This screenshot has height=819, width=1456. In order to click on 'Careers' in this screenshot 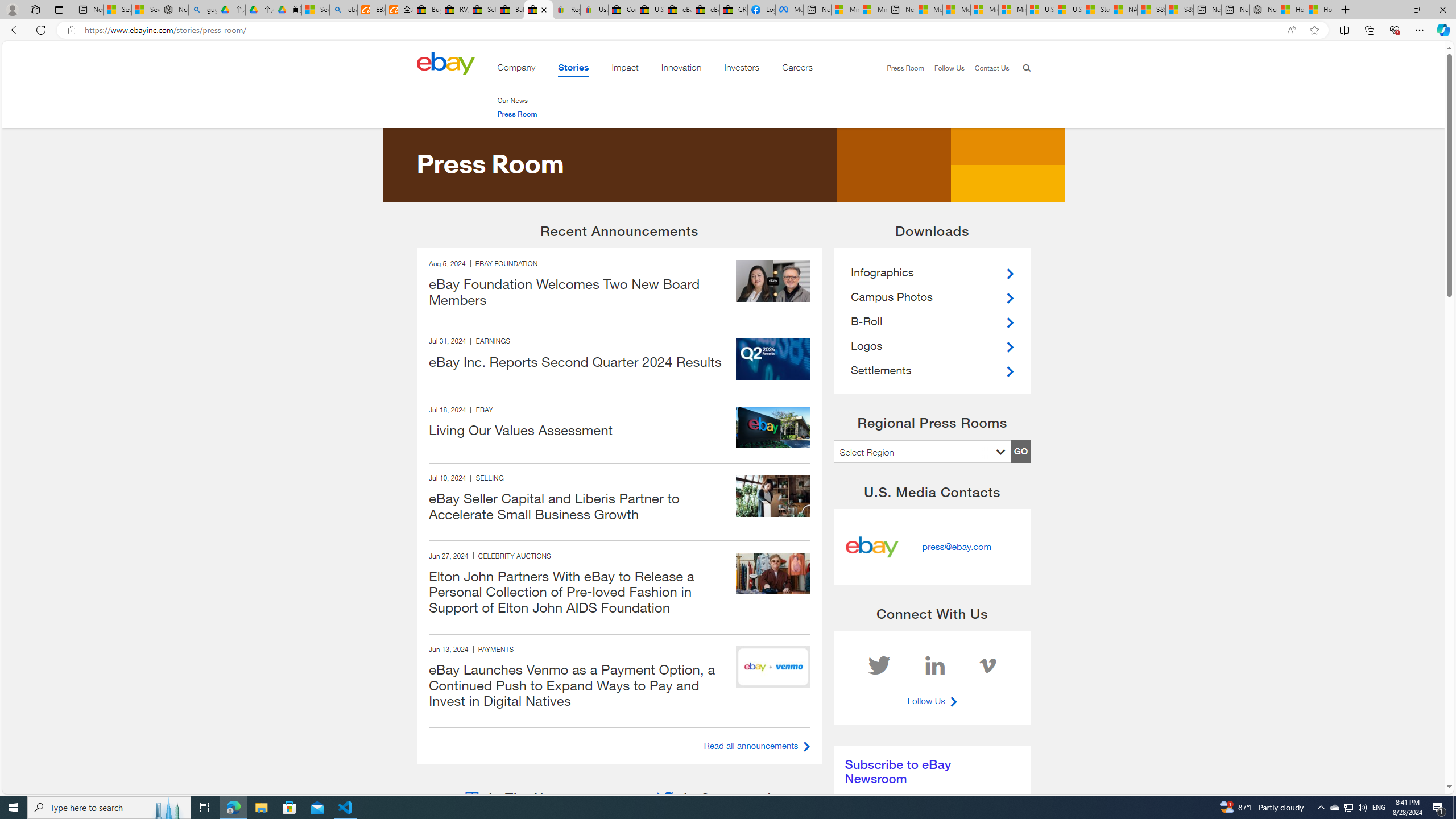, I will do `click(797, 69)`.